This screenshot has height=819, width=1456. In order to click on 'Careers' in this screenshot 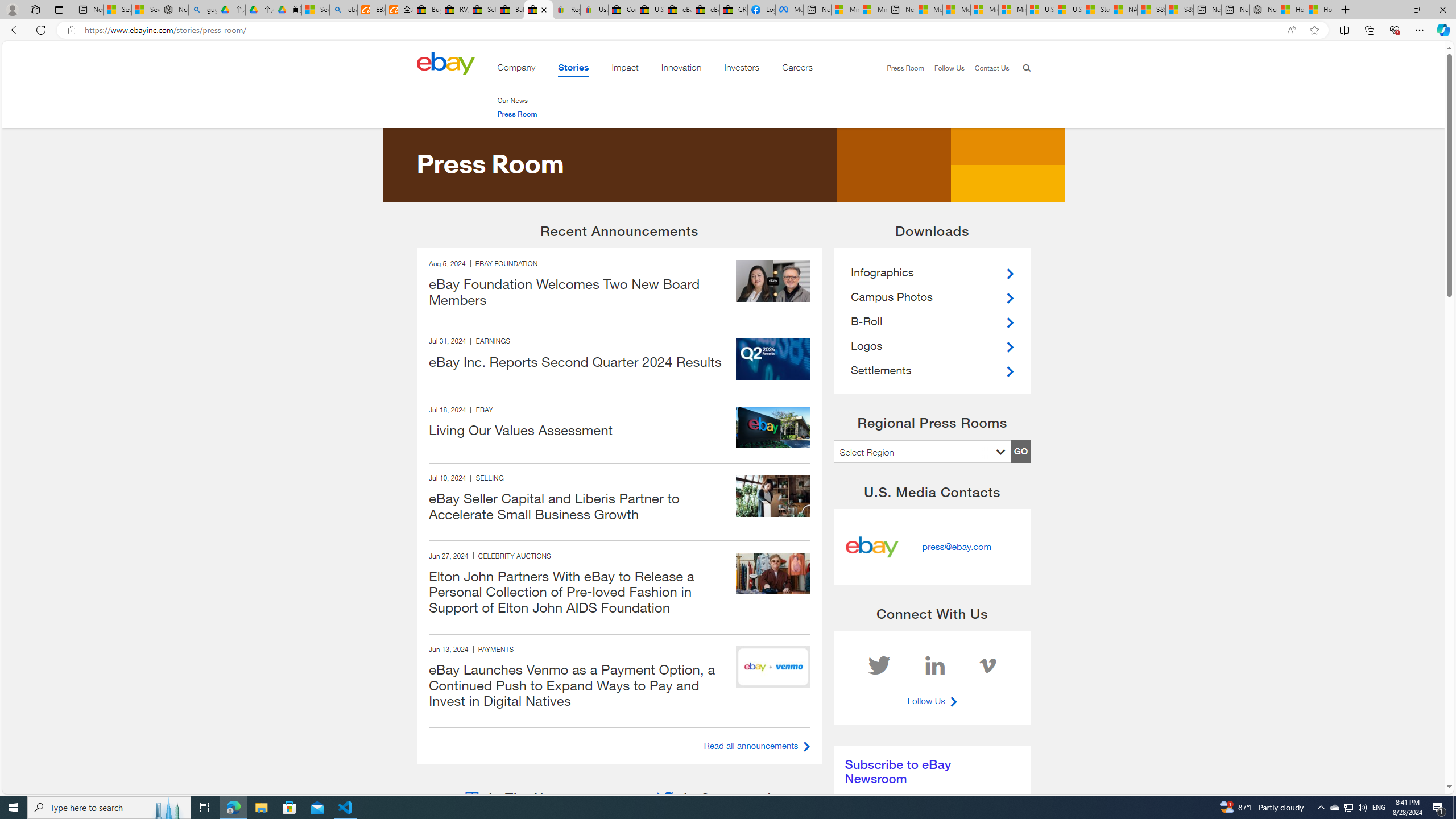, I will do `click(797, 69)`.